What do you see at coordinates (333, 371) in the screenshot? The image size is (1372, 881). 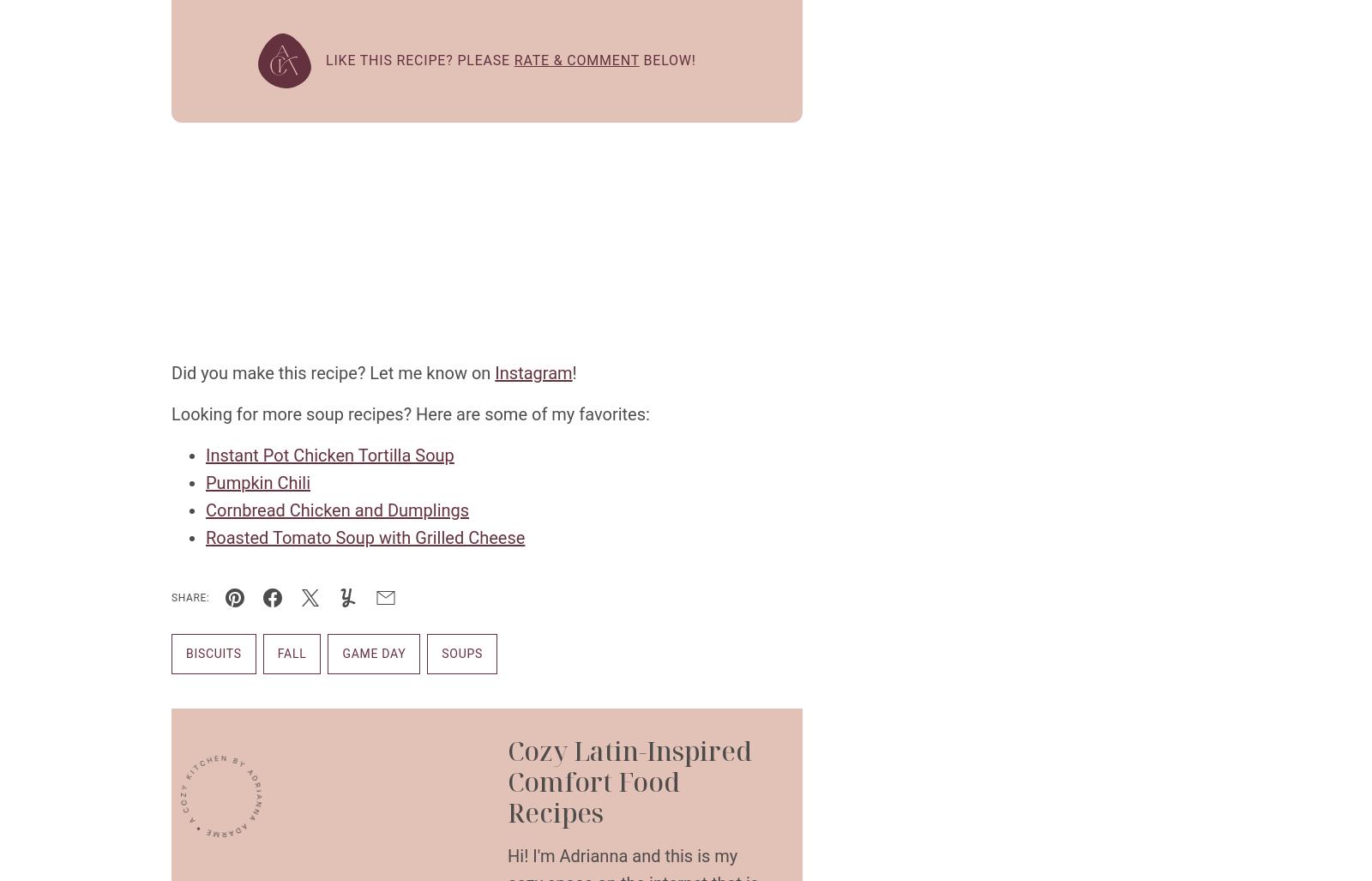 I see `'Did you make this recipe? Let me know on'` at bounding box center [333, 371].